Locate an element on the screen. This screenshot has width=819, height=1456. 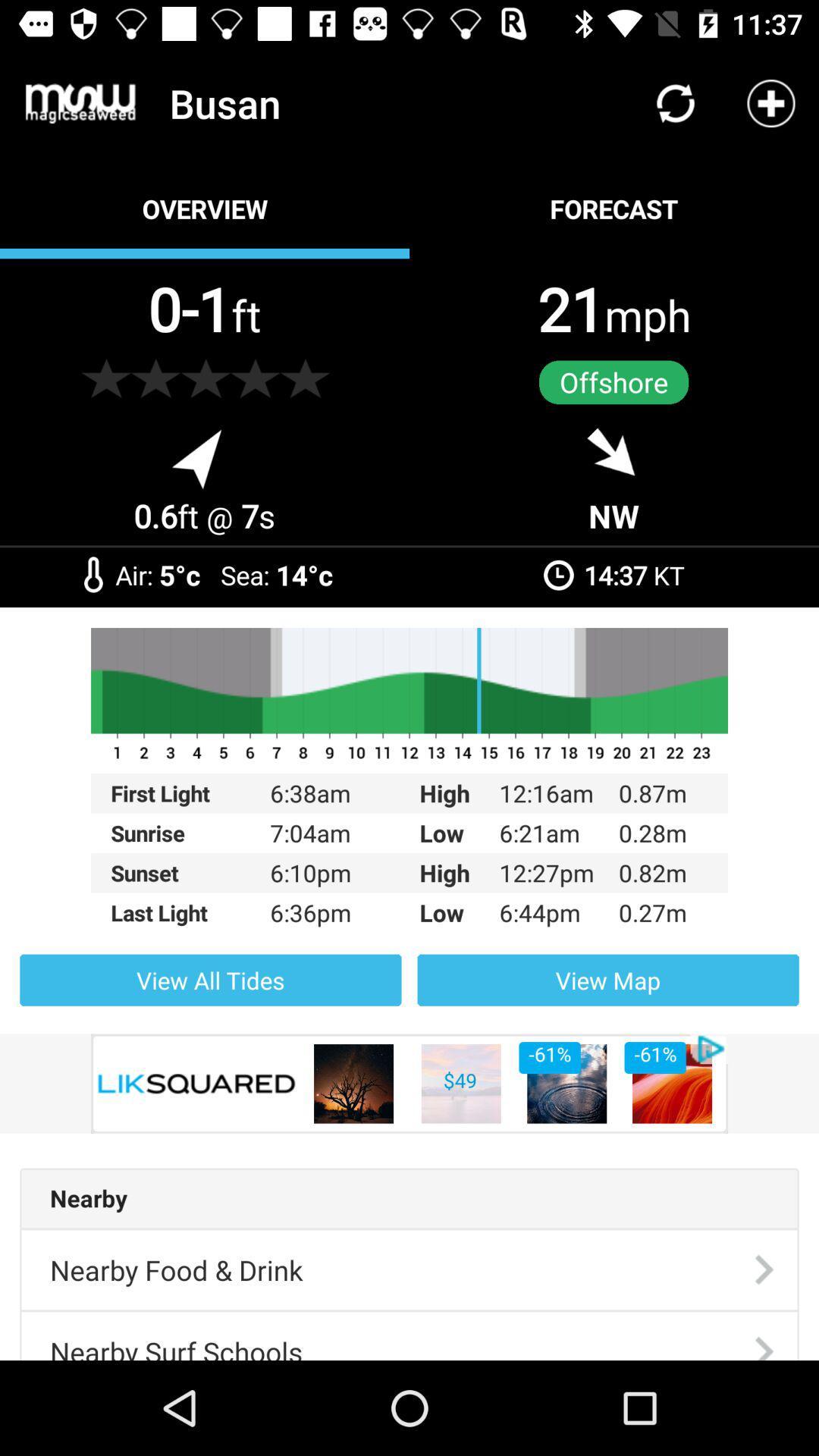
the time icon is located at coordinates (558, 574).